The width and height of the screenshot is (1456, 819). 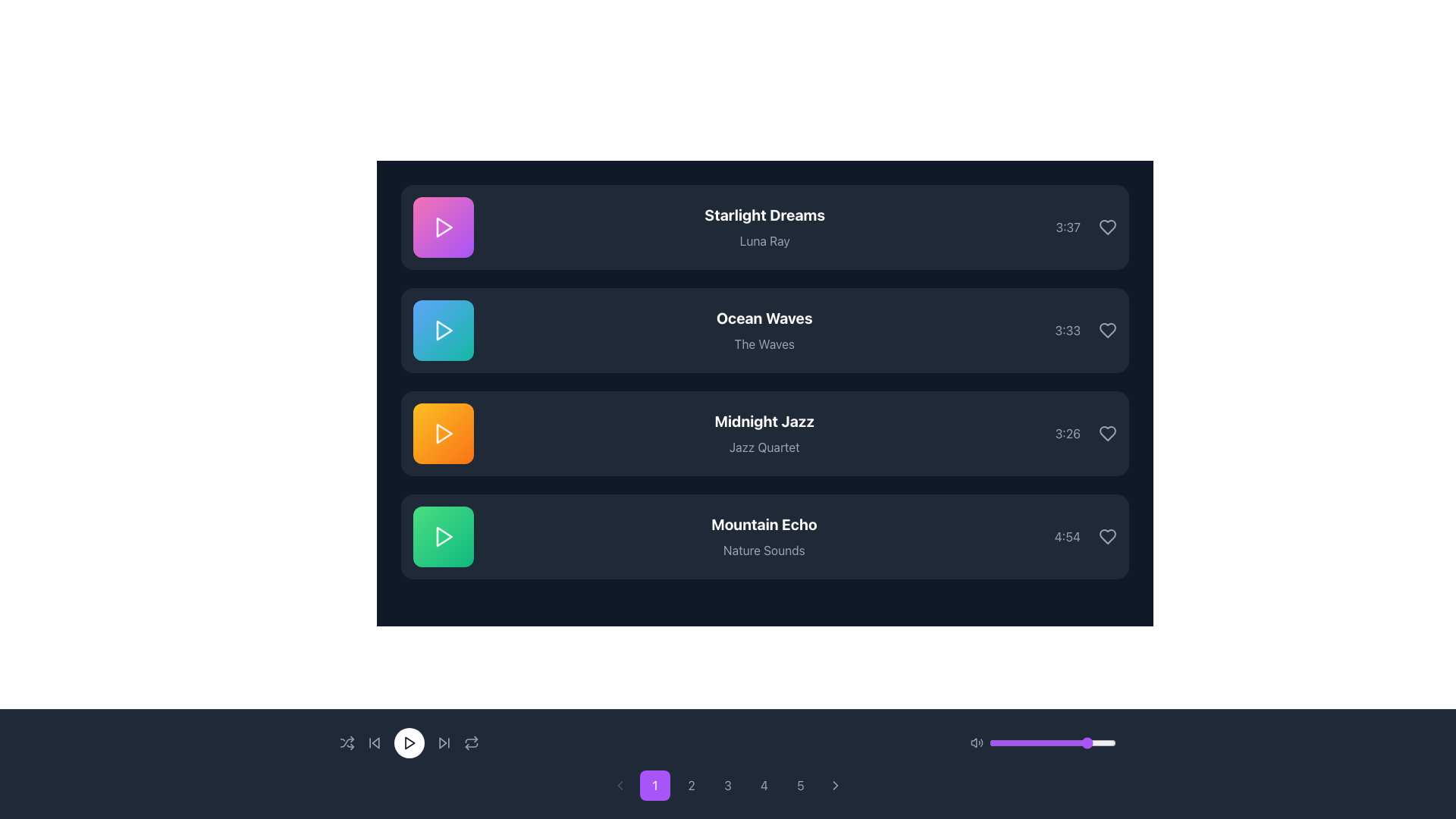 I want to click on the media play/pause button located at the bottom control panel of the interface, so click(x=409, y=742).